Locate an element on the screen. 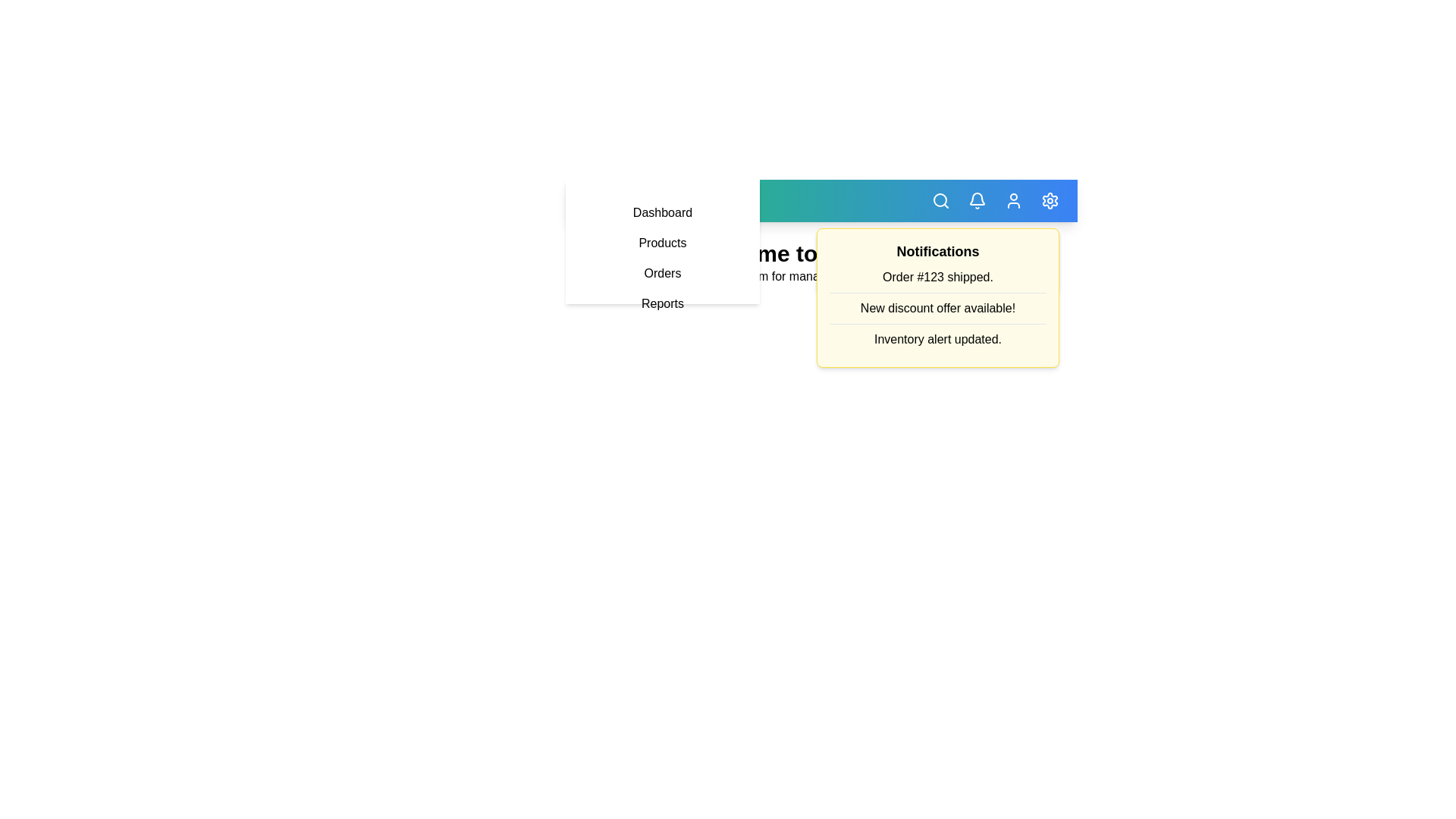 This screenshot has width=1456, height=819. the notification text field that displays an individual discount offer, located centrally under the 'Notifications' title and above the 'Inventory alert updated' message is located at coordinates (937, 298).